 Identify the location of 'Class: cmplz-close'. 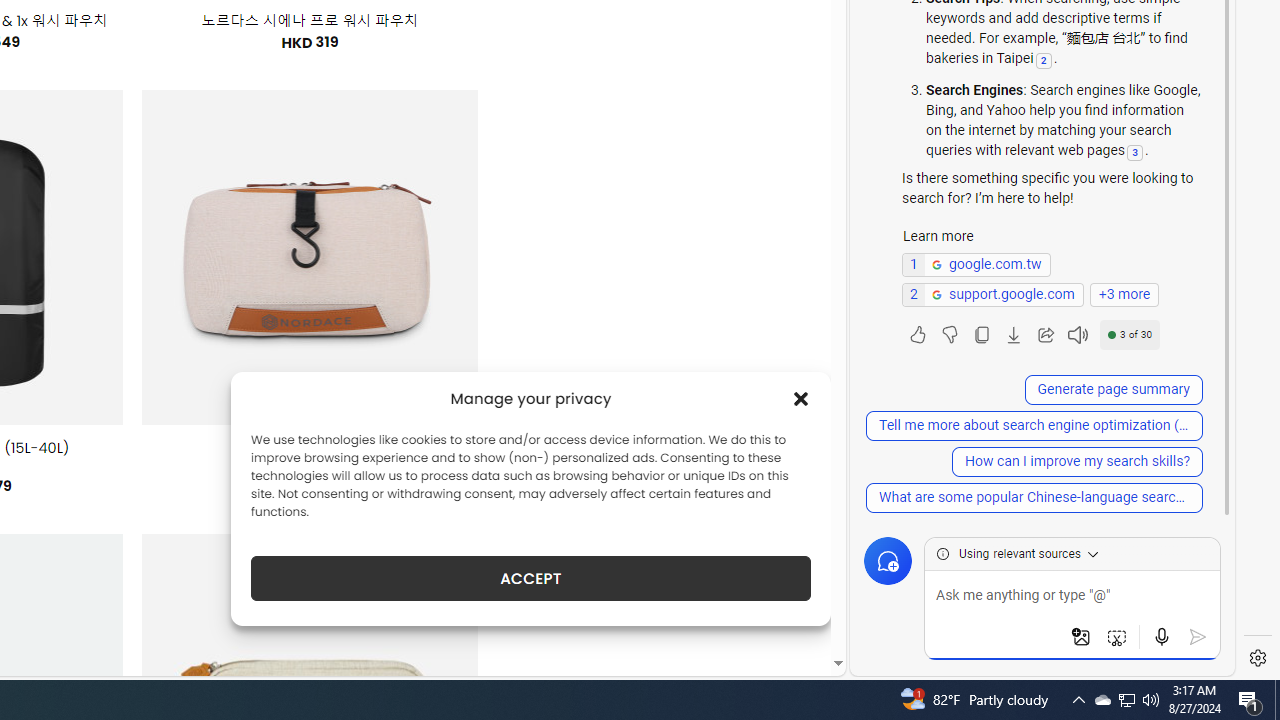
(801, 398).